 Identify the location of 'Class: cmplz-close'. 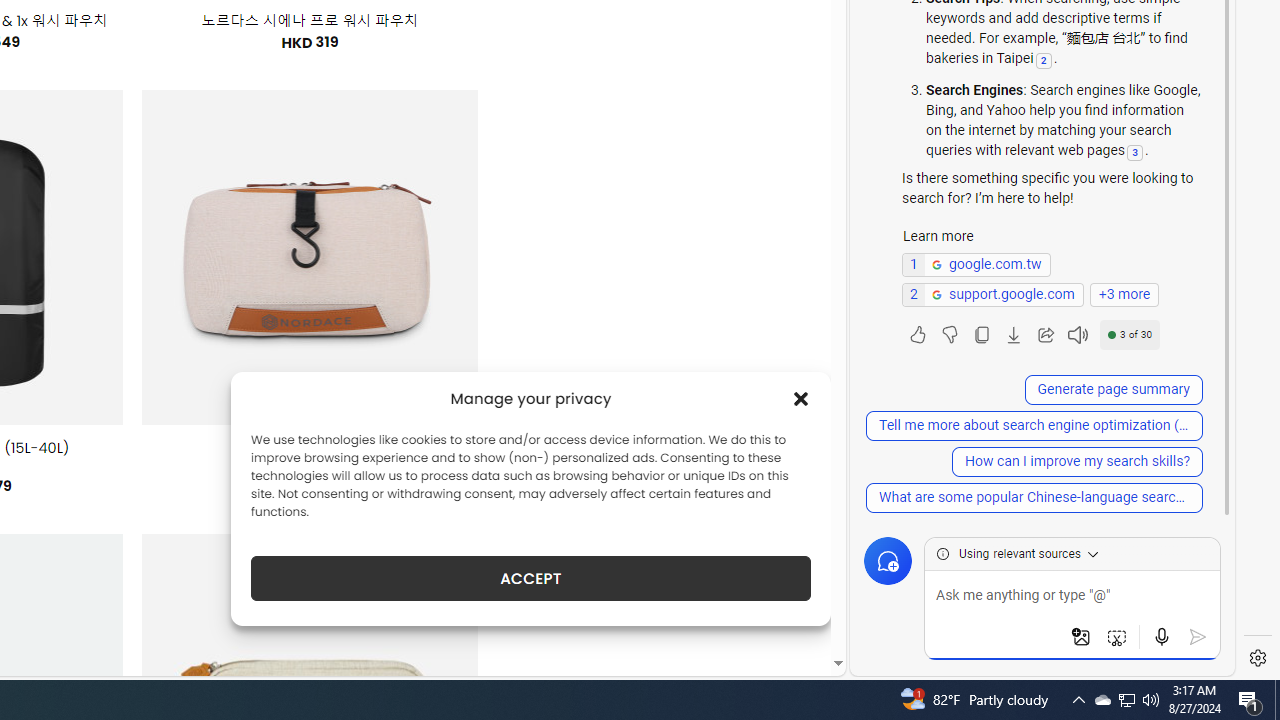
(801, 398).